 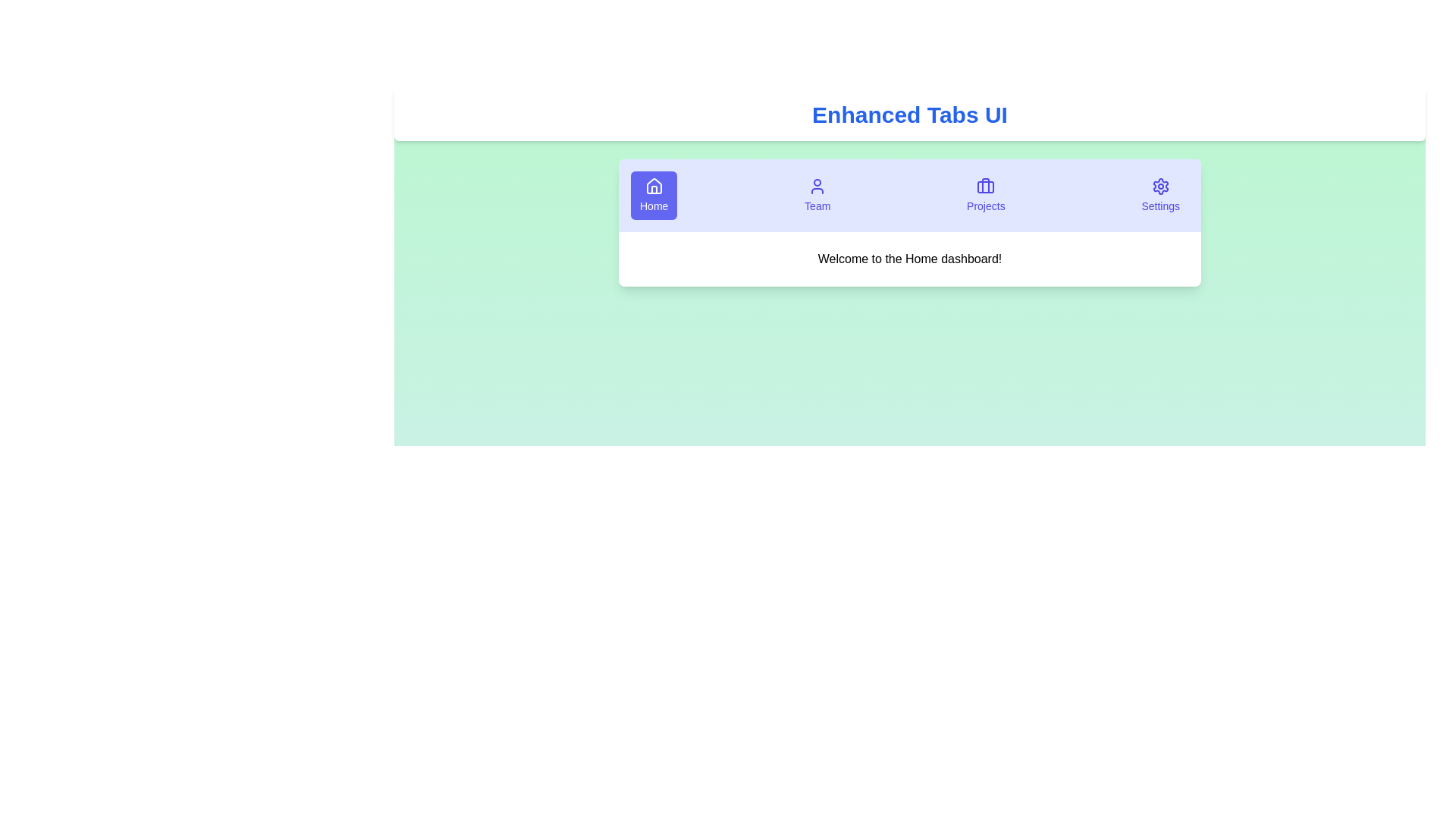 What do you see at coordinates (654, 185) in the screenshot?
I see `the 'Home' tab icon located in the navigation bar, which serves as a visual cue for this section` at bounding box center [654, 185].